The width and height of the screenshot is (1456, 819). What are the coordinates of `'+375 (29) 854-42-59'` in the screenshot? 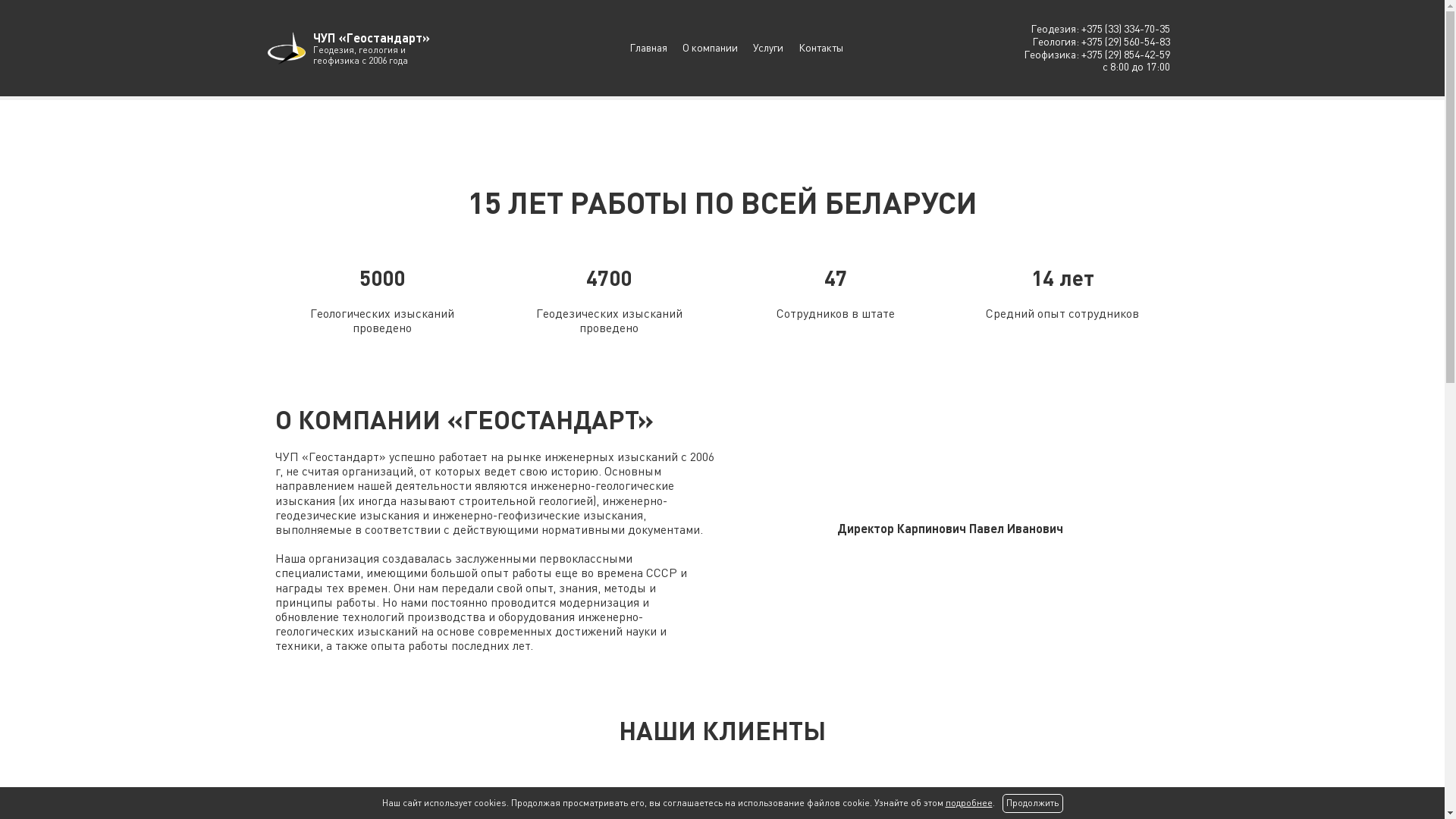 It's located at (1125, 53).